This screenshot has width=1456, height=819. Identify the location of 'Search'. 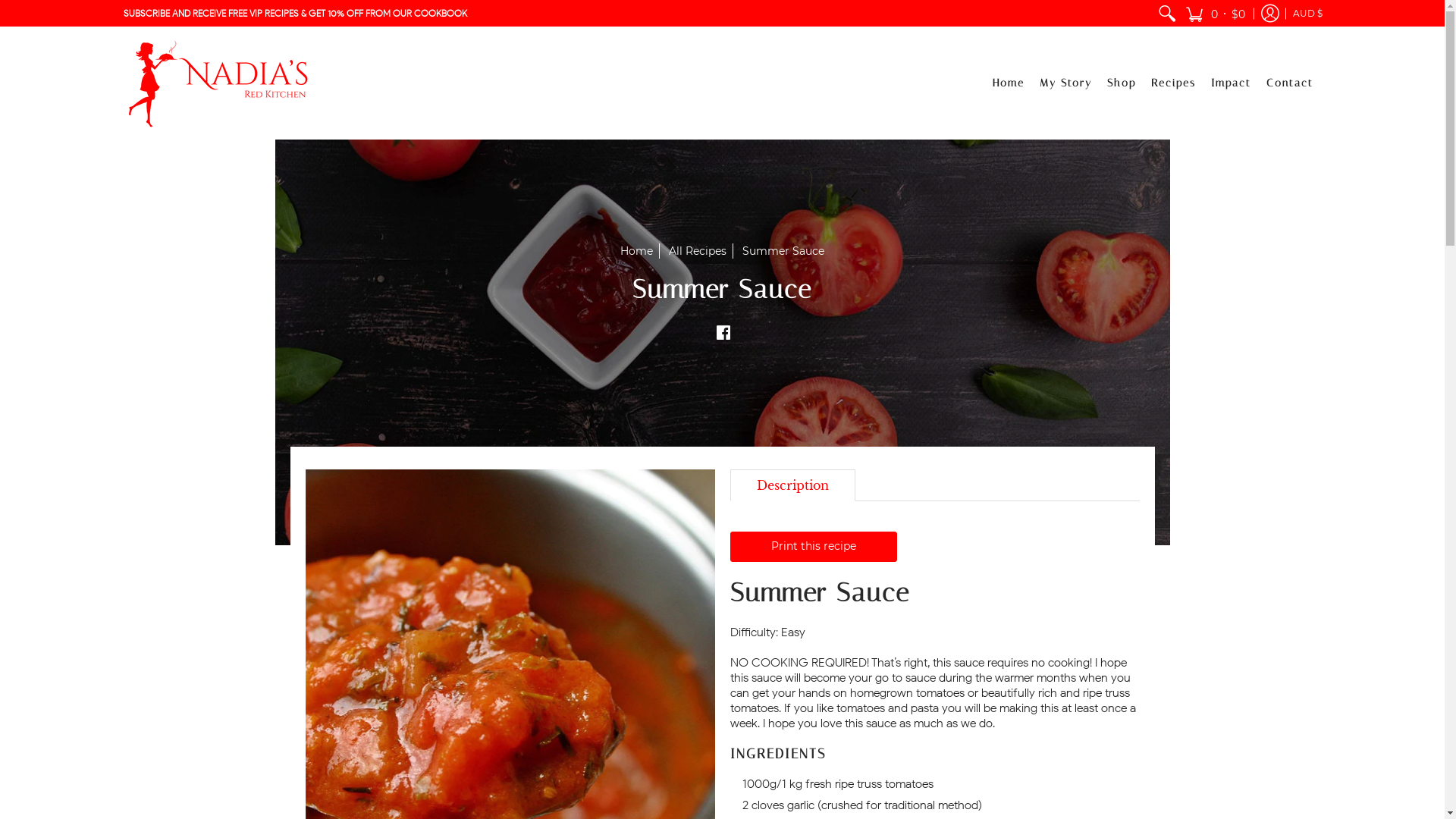
(1165, 13).